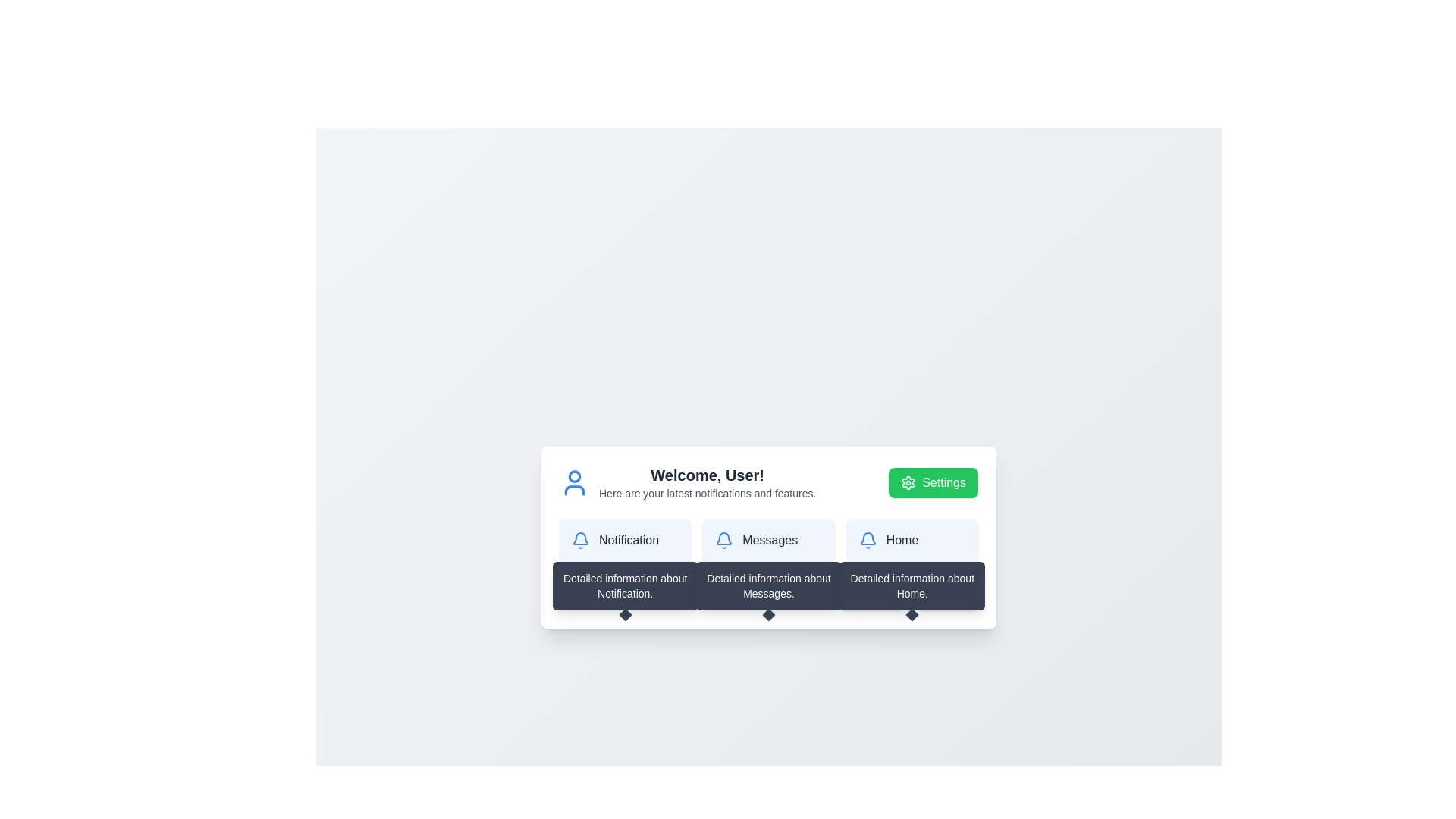 The image size is (1456, 819). Describe the element at coordinates (912, 540) in the screenshot. I see `the 'Home' button located in the third column of the grid layout, positioned below the 'Welcome, User!' heading` at that location.